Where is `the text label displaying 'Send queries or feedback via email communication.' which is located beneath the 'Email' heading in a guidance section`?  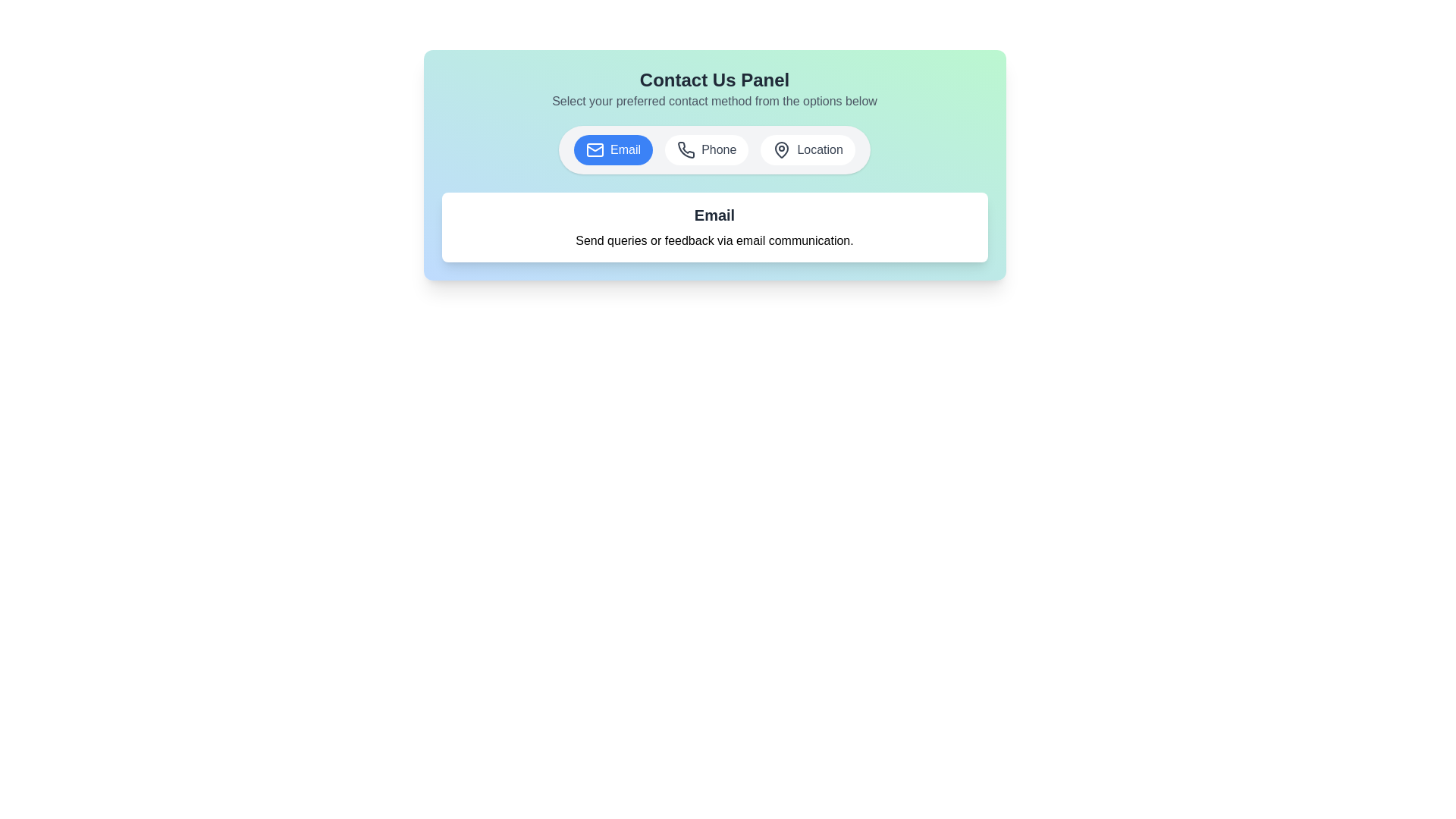
the text label displaying 'Send queries or feedback via email communication.' which is located beneath the 'Email' heading in a guidance section is located at coordinates (714, 240).